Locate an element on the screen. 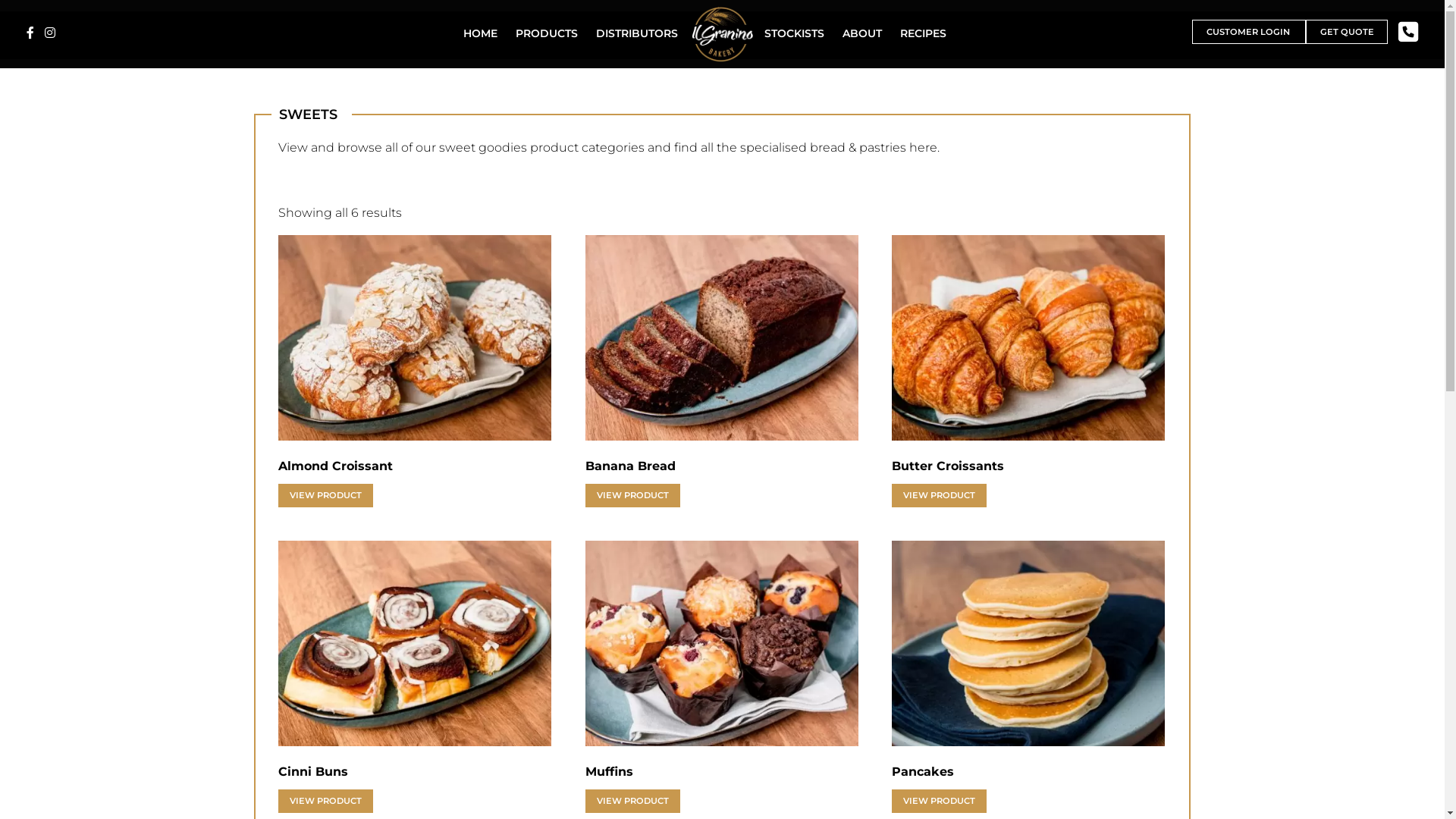  'PRODUCTS' is located at coordinates (512, 33).